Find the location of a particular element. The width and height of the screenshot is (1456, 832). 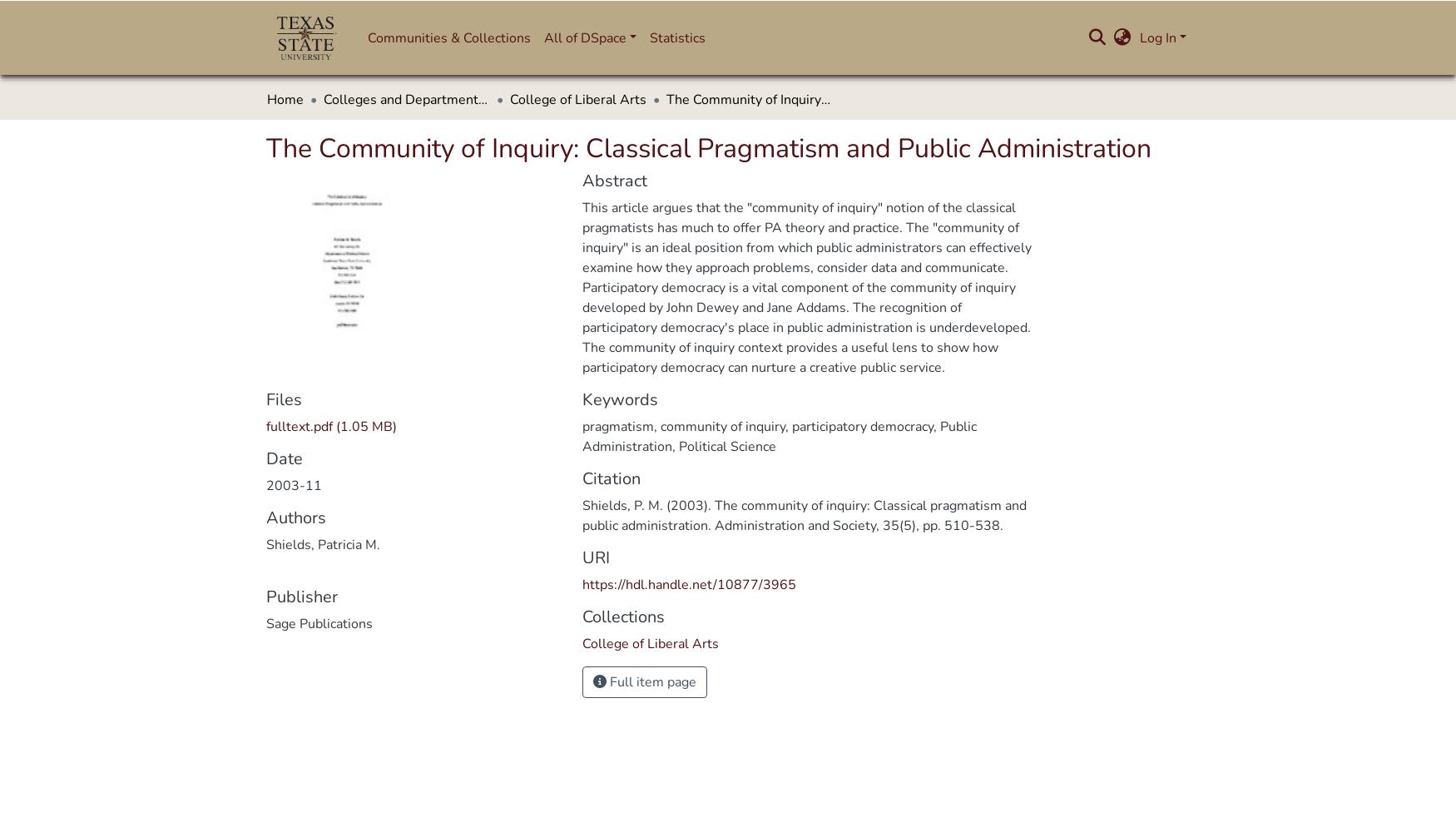

'Publisher' is located at coordinates (301, 596).